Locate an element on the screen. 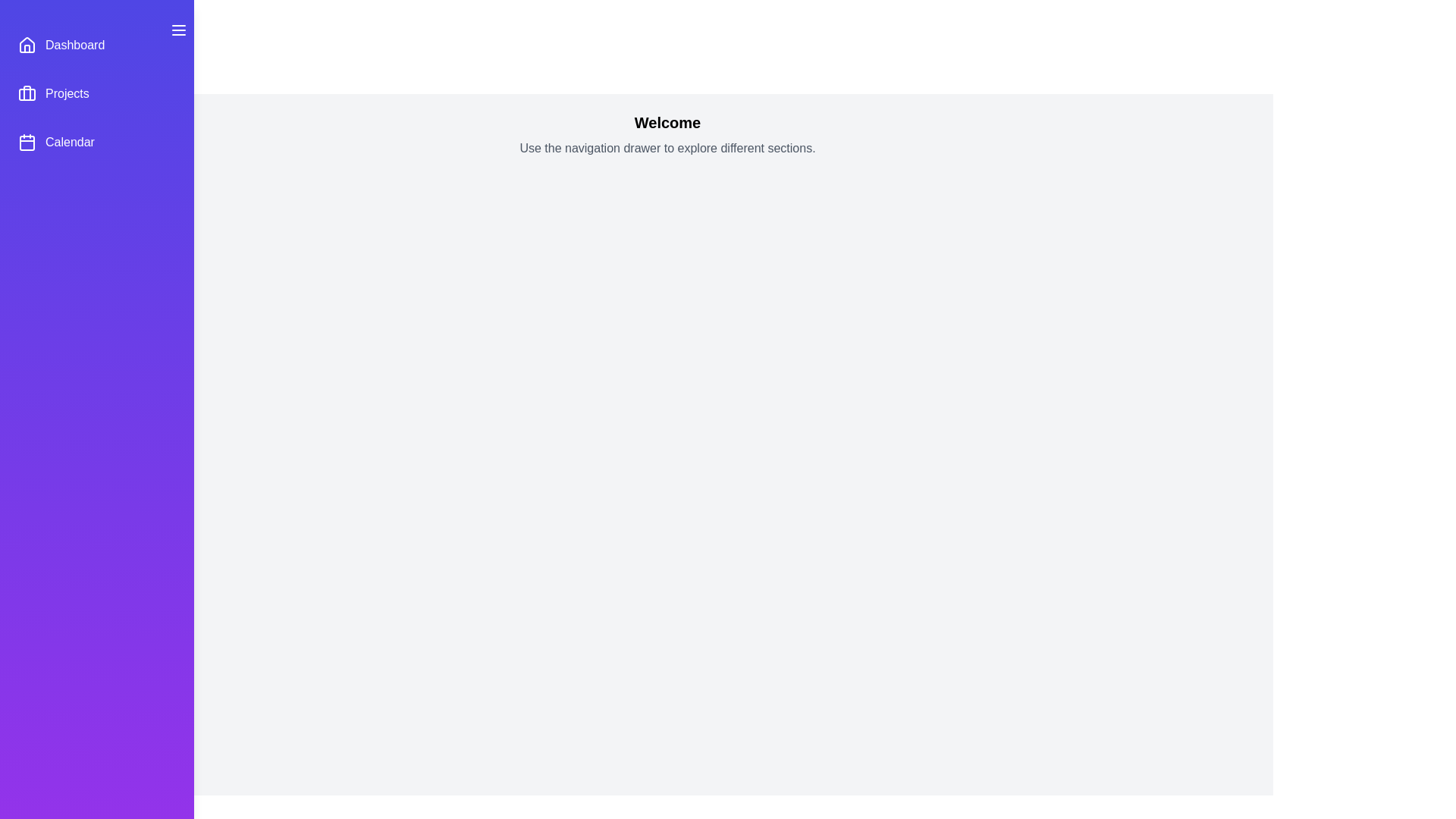  the menu item Dashboard in the drawer is located at coordinates (96, 45).